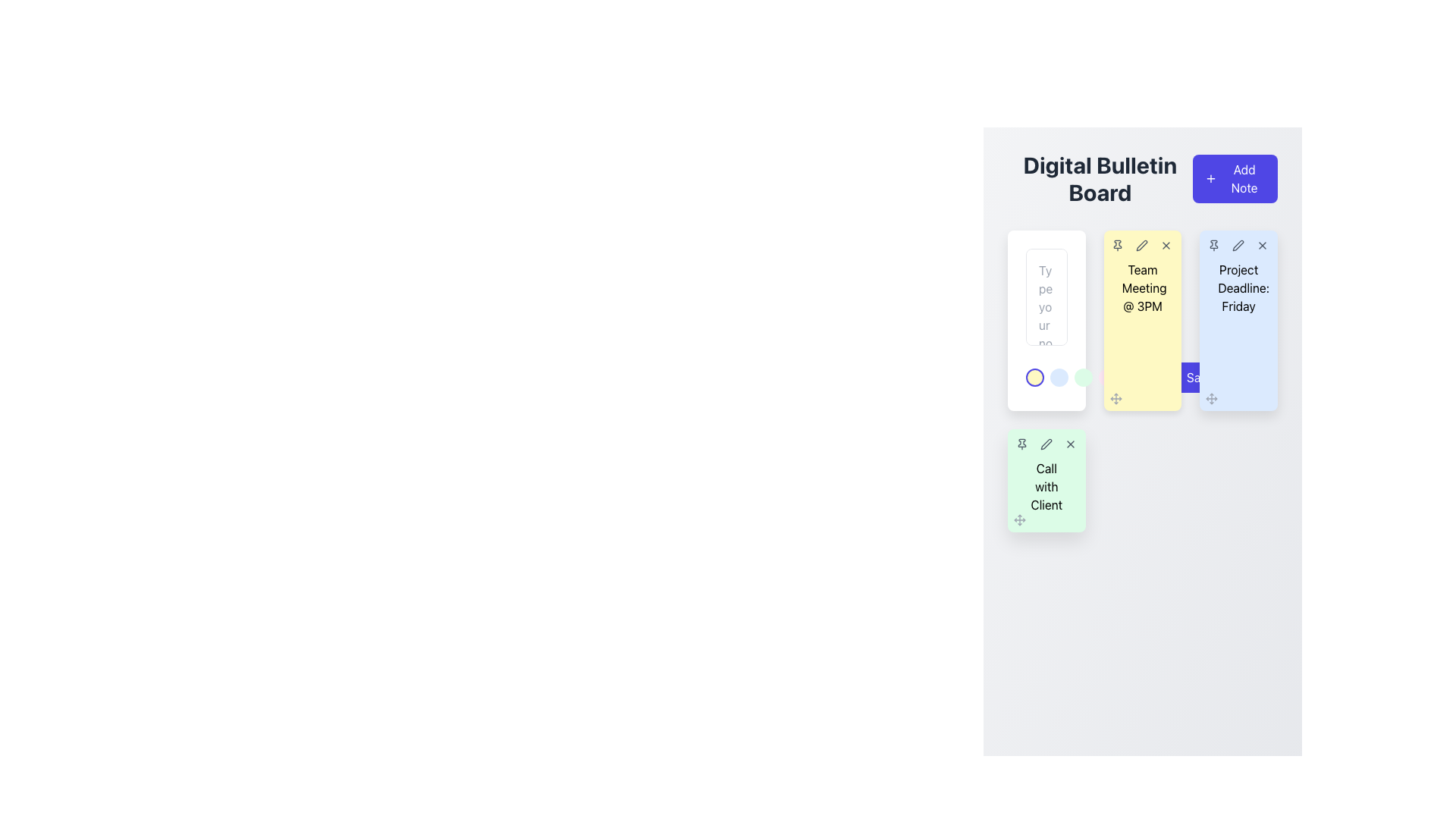 The height and width of the screenshot is (819, 1456). I want to click on the text label positioned in the lower-left region of the green card on the bulletin board interface, which indicates the nature of its content or purpose, so click(1046, 486).